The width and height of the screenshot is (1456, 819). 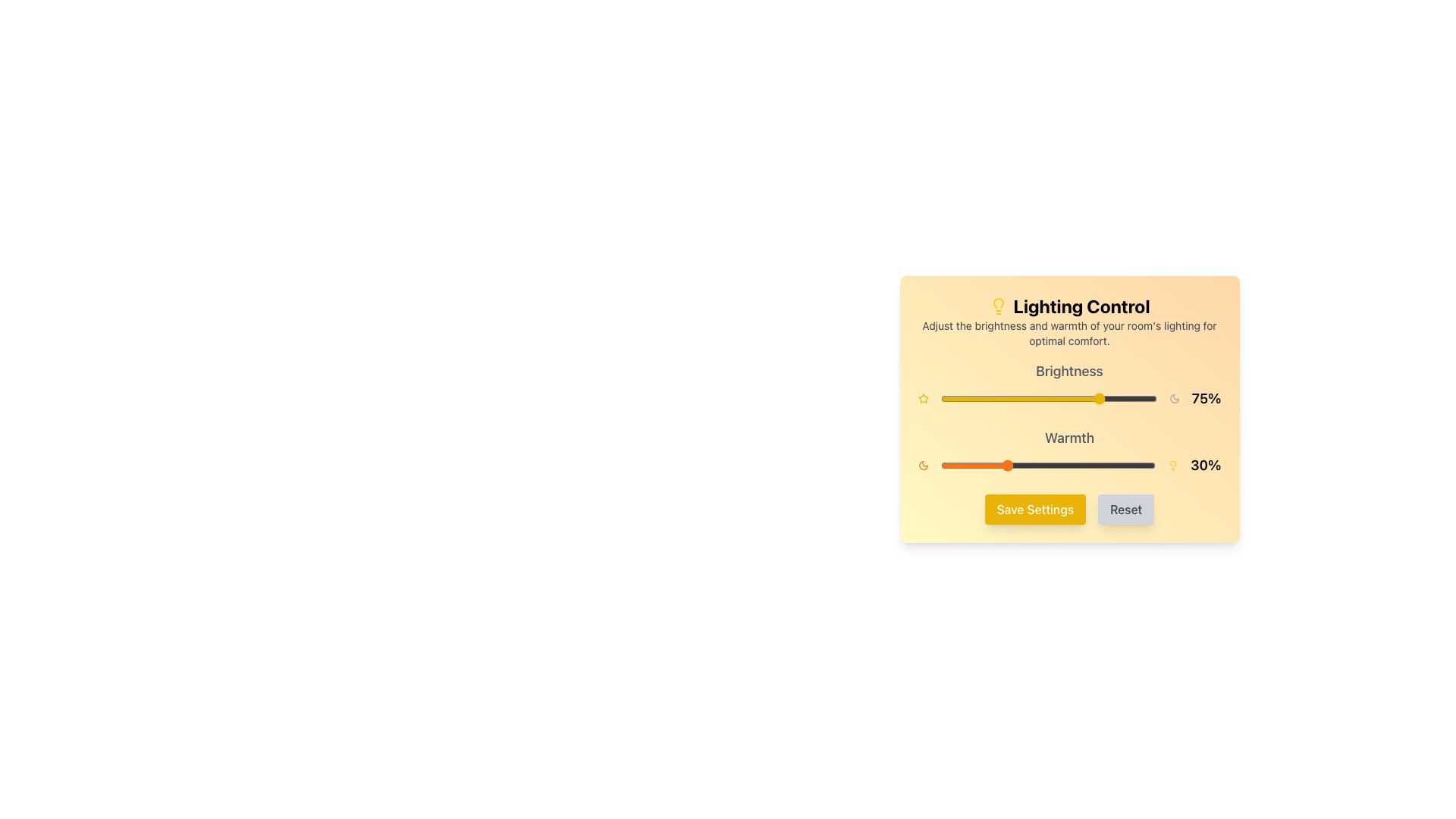 I want to click on warmth, so click(x=1125, y=464).